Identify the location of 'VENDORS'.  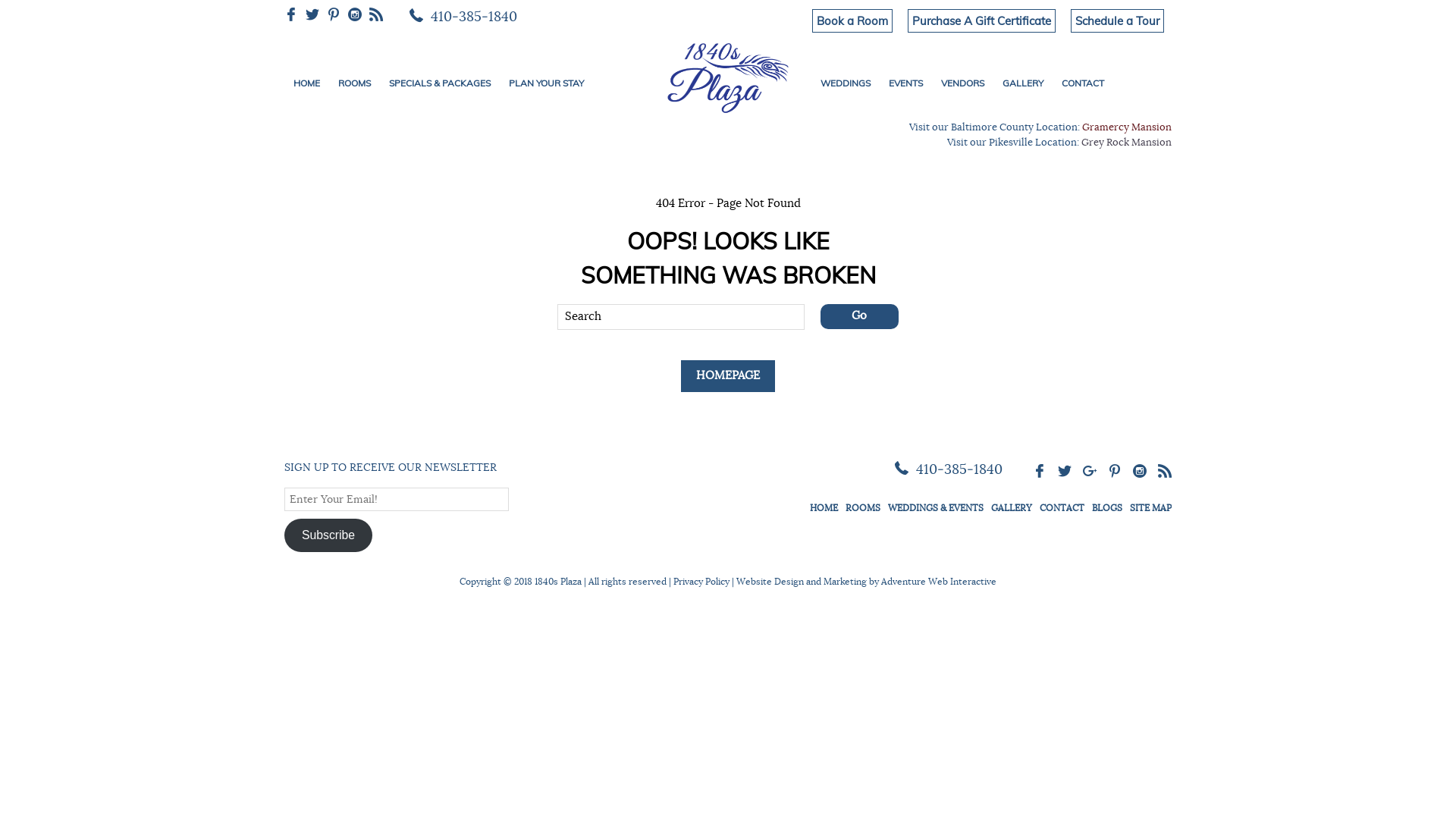
(930, 83).